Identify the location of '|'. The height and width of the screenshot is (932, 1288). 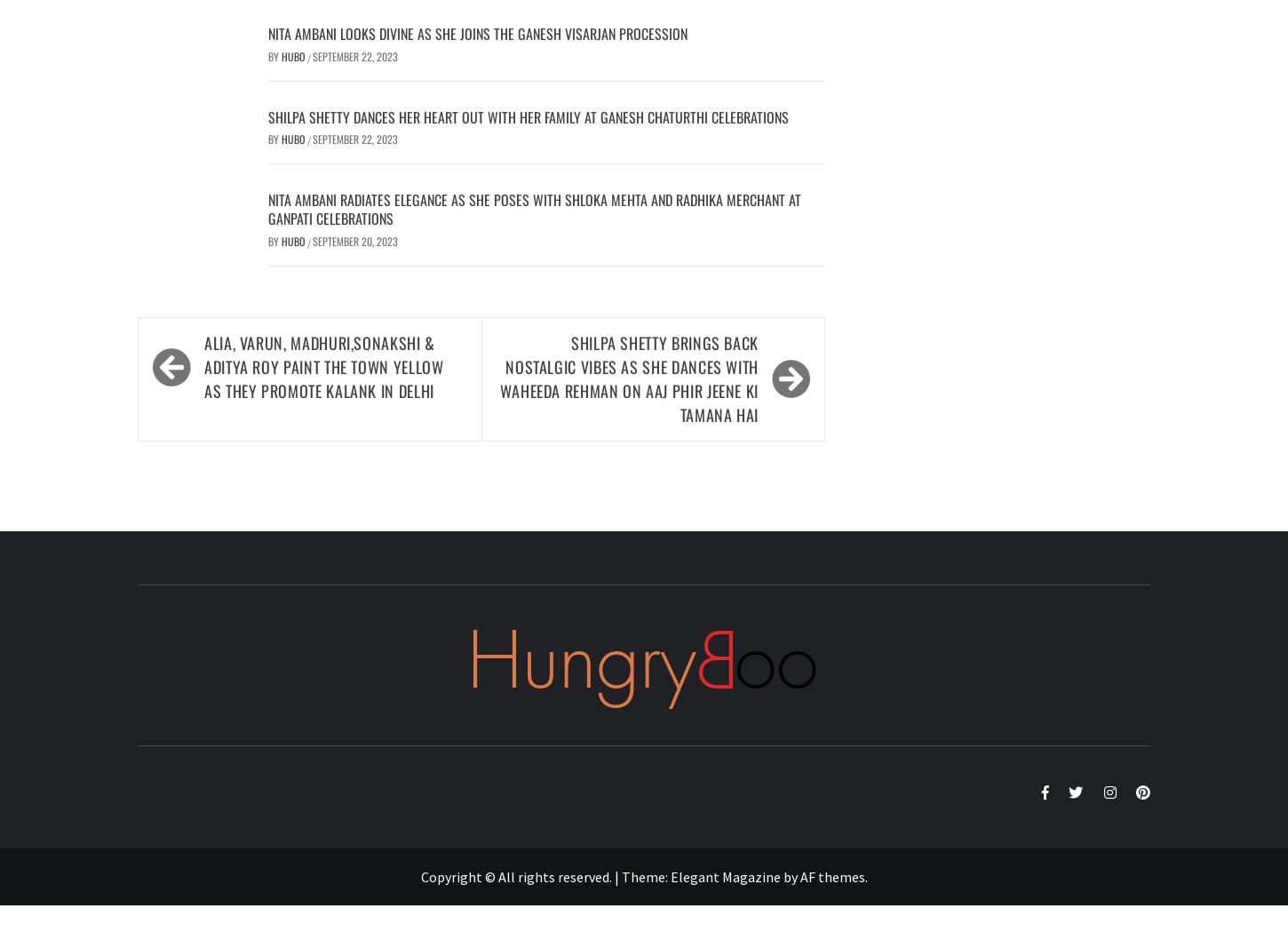
(616, 876).